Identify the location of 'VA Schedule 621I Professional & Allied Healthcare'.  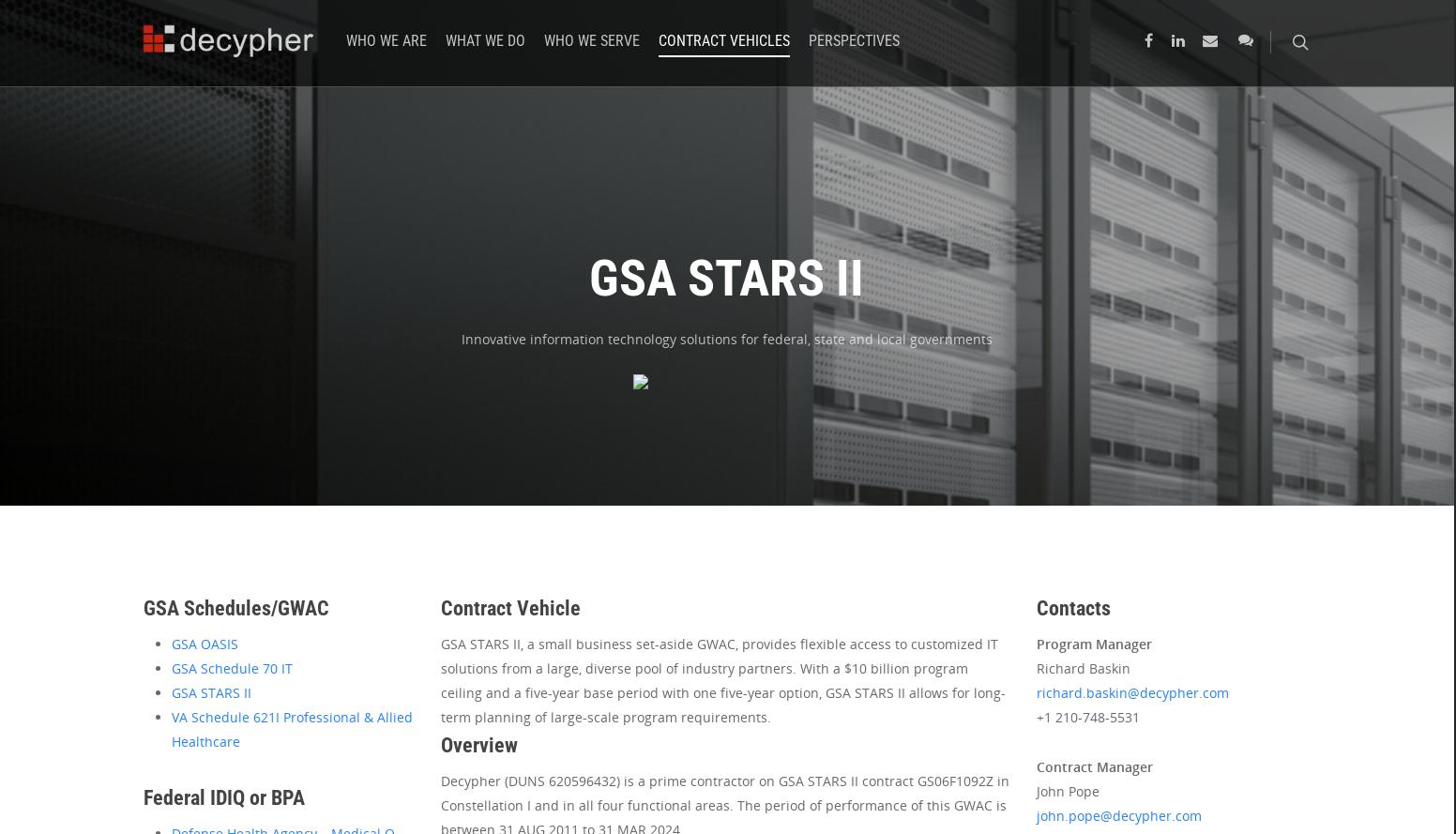
(290, 729).